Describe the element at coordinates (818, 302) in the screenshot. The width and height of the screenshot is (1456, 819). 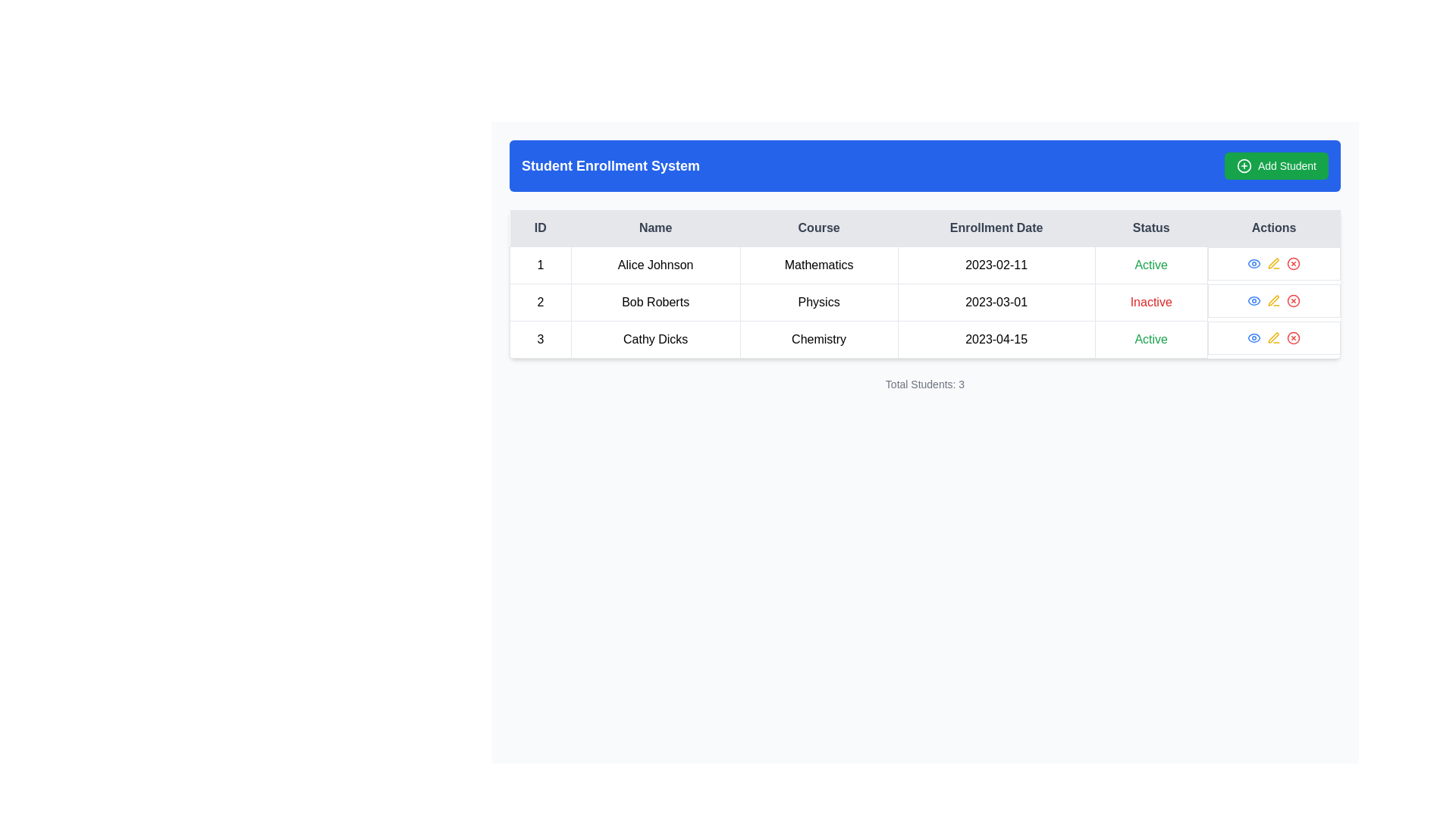
I see `the 'Course' text label in the second row of the table for Bob Roberts, which indicates the course associated with the student entry` at that location.